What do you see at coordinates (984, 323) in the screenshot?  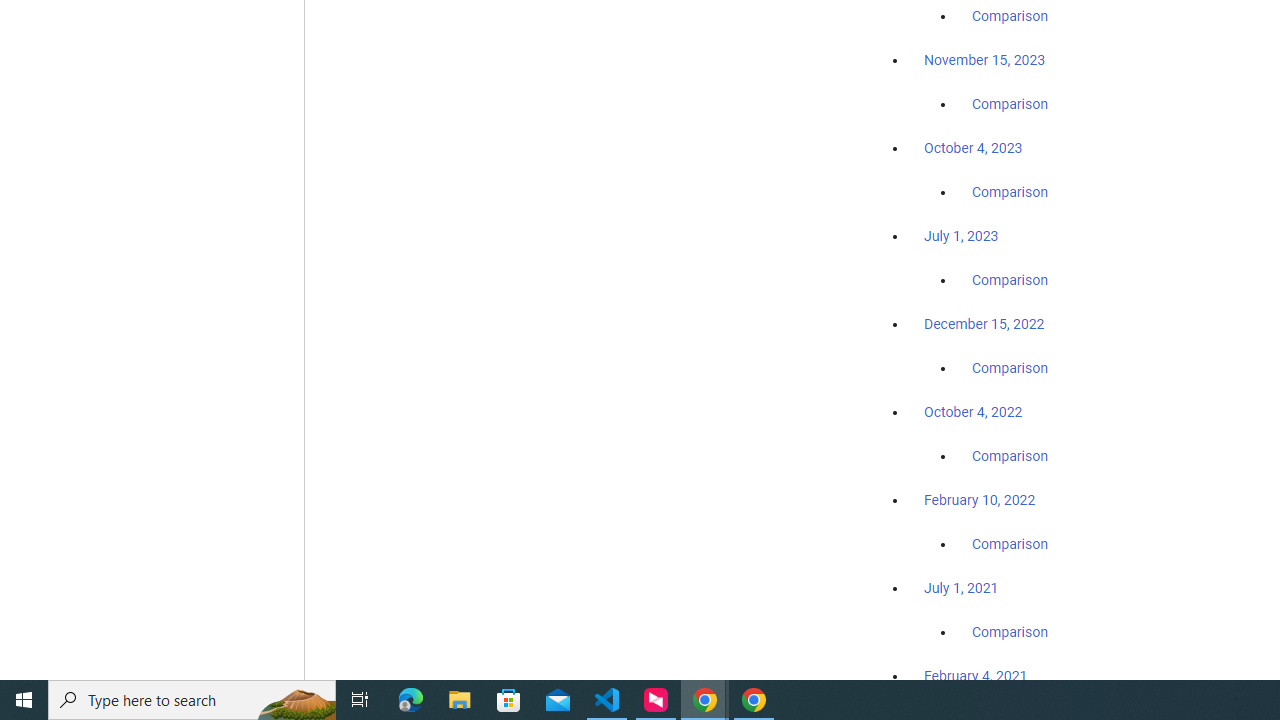 I see `'December 15, 2022'` at bounding box center [984, 323].